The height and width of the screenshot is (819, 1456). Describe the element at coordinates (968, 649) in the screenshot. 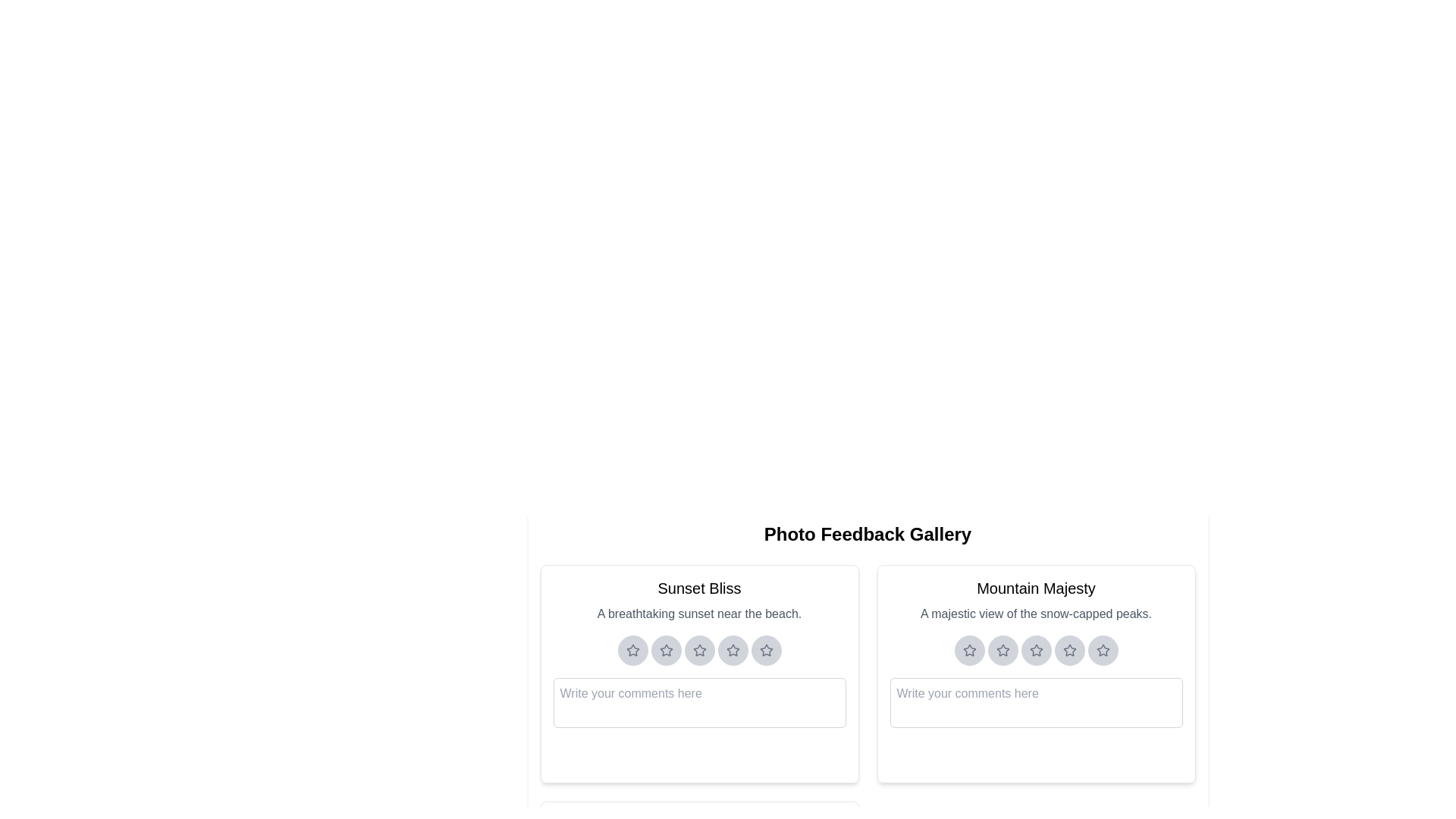

I see `the first button in the horizontal group of five star buttons` at that location.